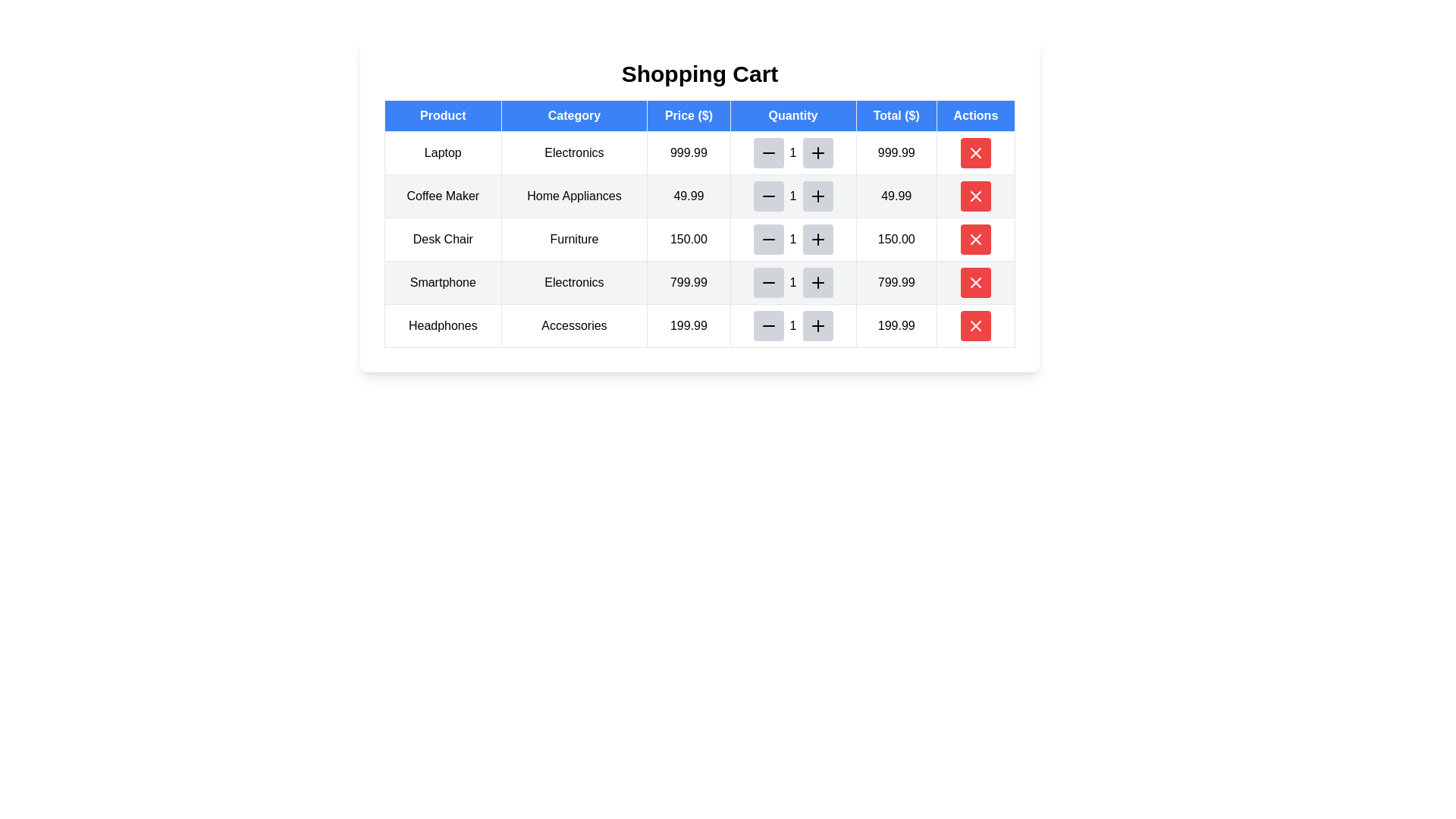 The width and height of the screenshot is (1456, 819). I want to click on the Text label in the third row of the table under the 'Product' column that identifies the product as 'Smartphone', so click(442, 283).